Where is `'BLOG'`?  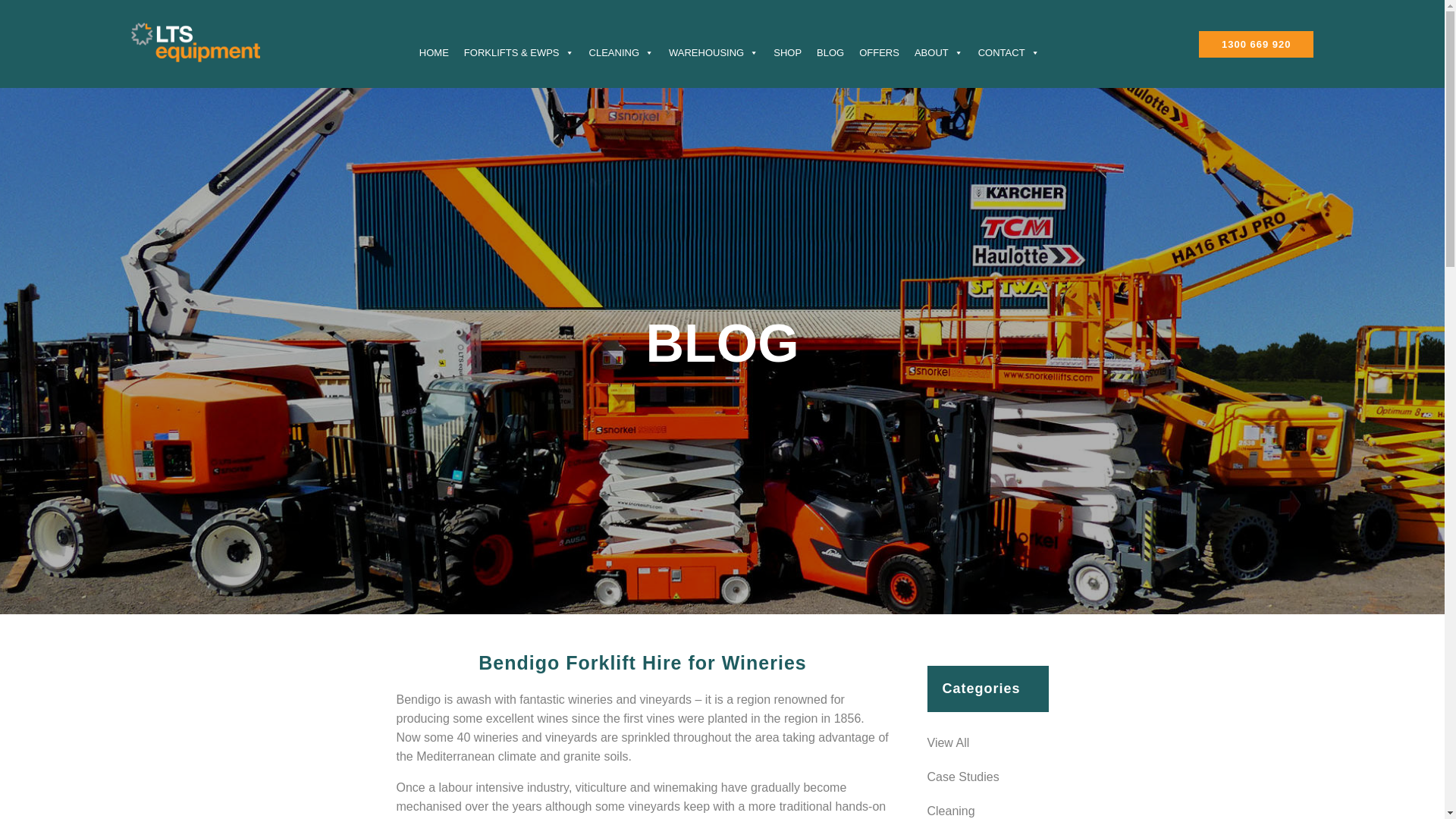 'BLOG' is located at coordinates (829, 52).